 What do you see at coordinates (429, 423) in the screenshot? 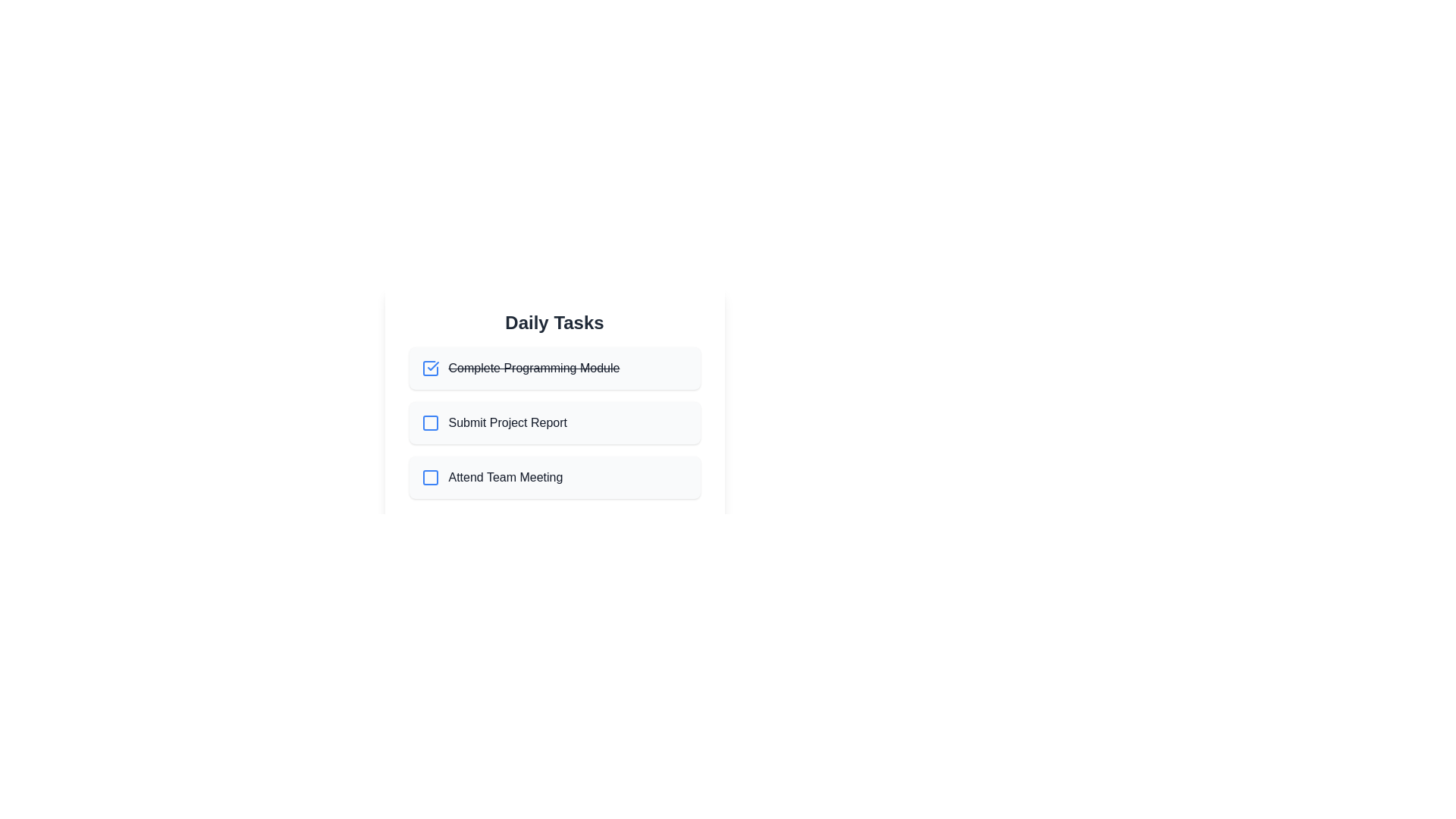
I see `the graphical subcomponent representing the status or interaction area of the second checkbox for the task 'Submit Project Report'` at bounding box center [429, 423].